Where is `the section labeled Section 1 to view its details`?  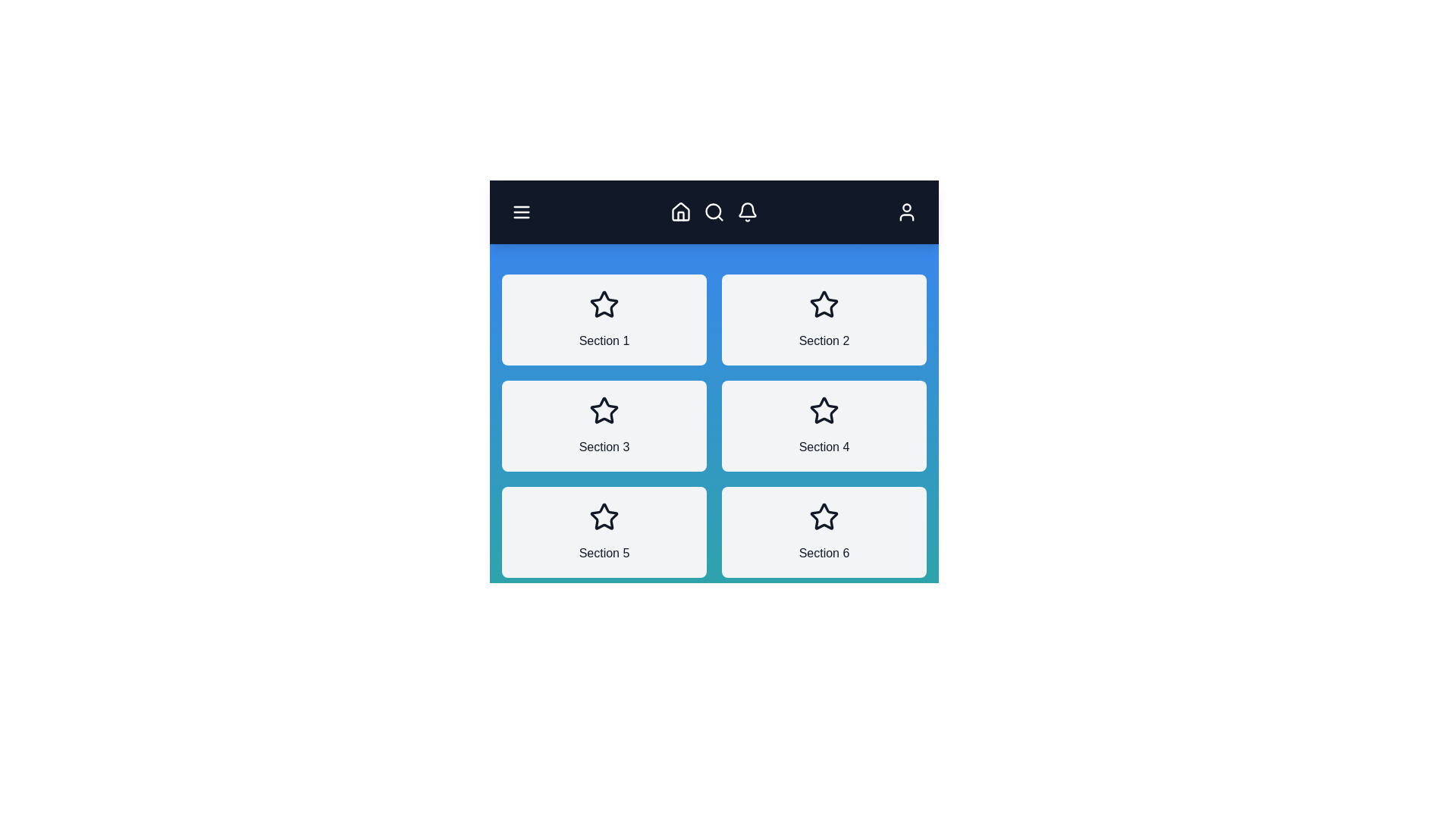
the section labeled Section 1 to view its details is located at coordinates (603, 318).